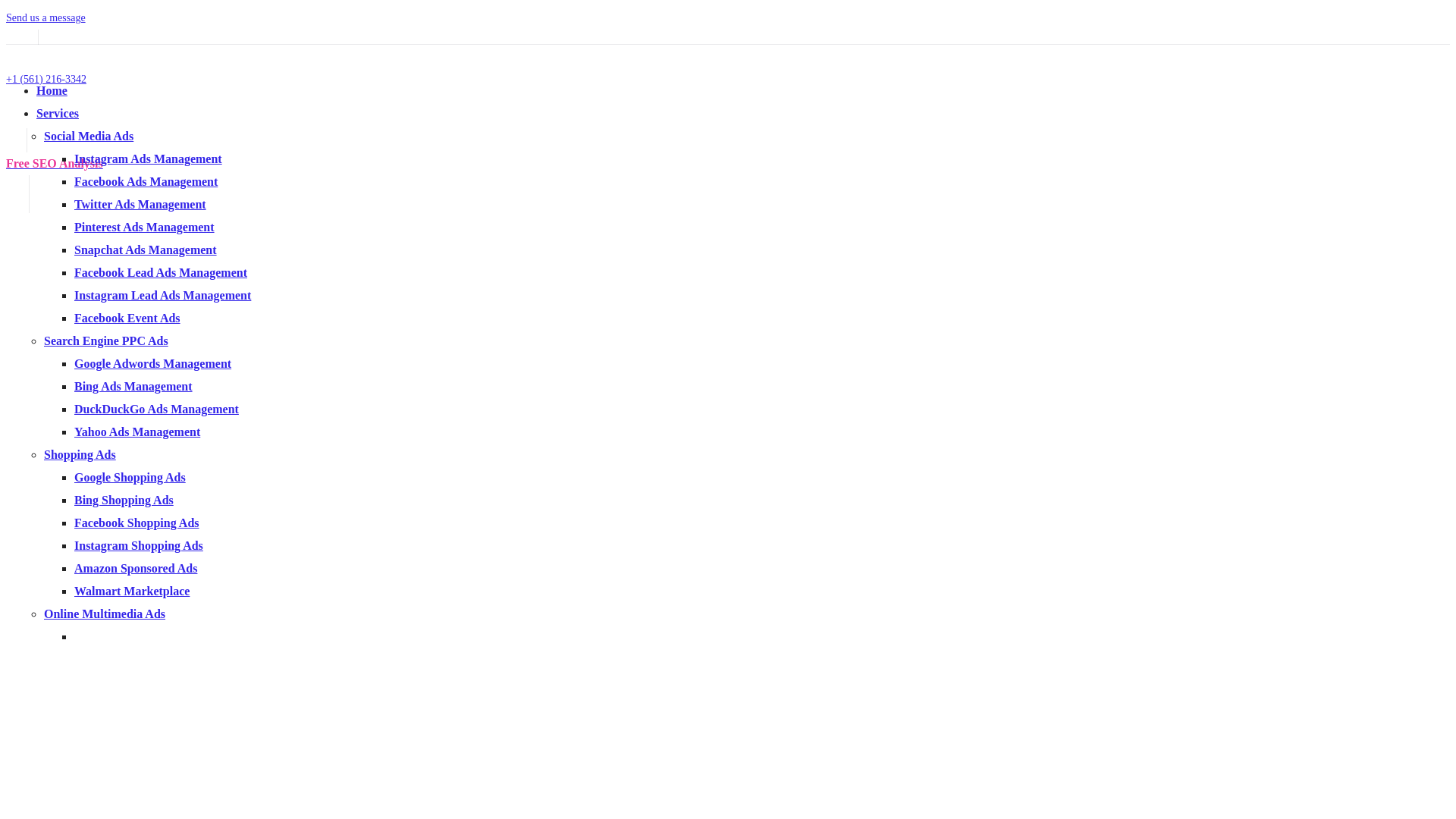  What do you see at coordinates (124, 500) in the screenshot?
I see `'Bing Shopping Ads'` at bounding box center [124, 500].